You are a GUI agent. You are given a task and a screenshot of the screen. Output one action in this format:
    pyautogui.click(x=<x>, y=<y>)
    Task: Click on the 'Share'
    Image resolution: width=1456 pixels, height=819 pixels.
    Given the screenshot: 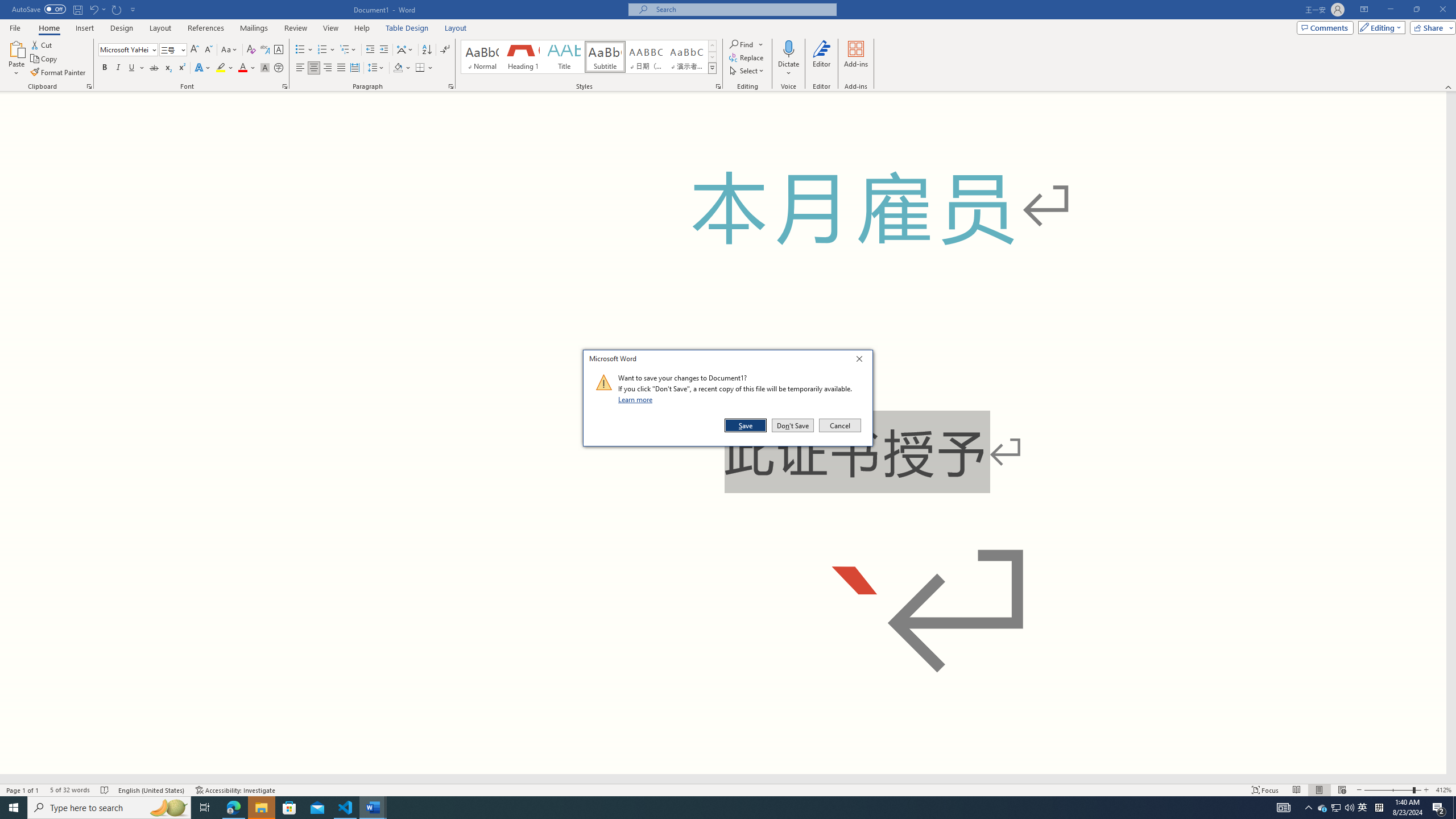 What is the action you would take?
    pyautogui.click(x=1430, y=27)
    